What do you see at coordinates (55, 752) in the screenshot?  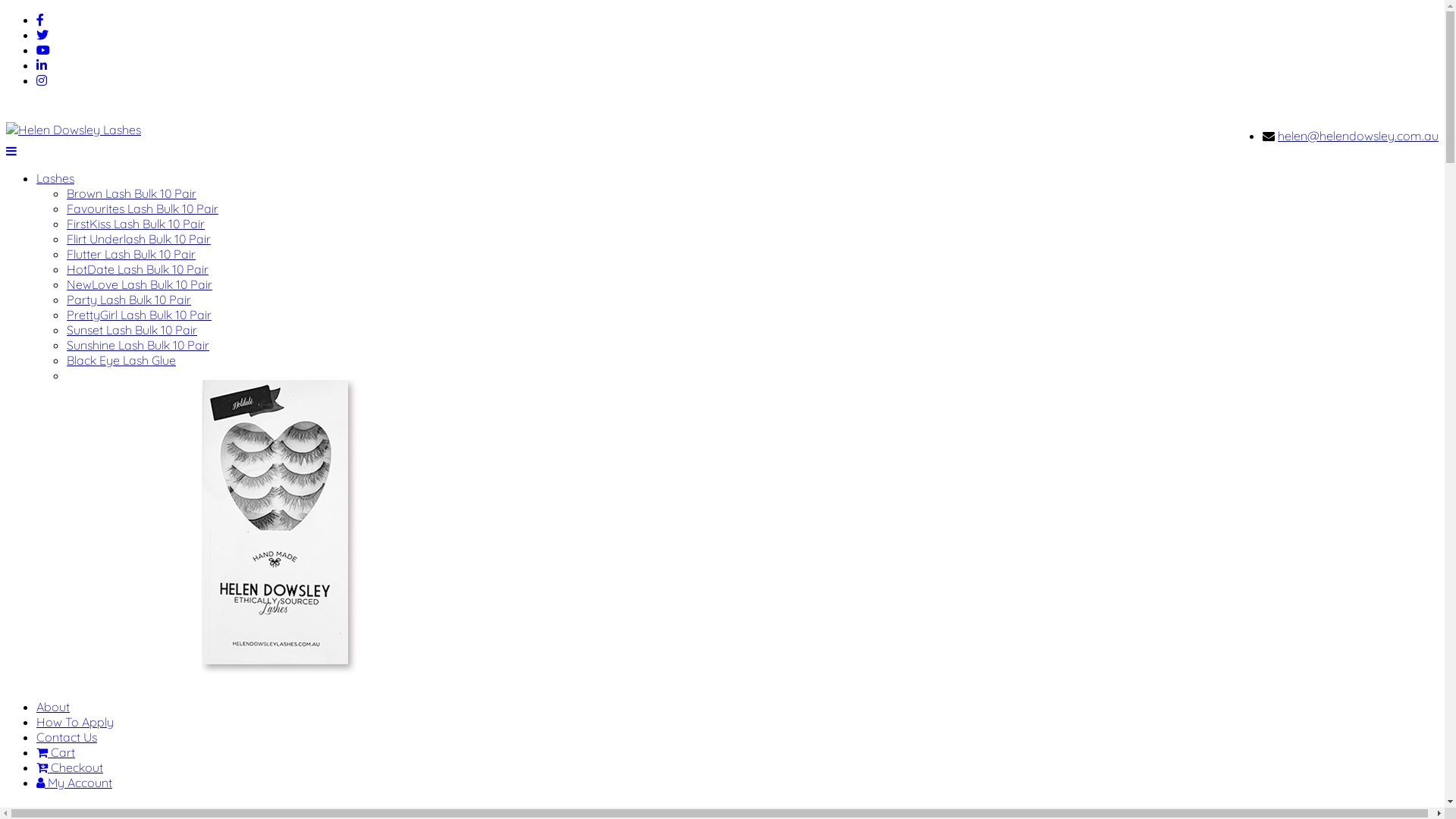 I see `'Cart'` at bounding box center [55, 752].